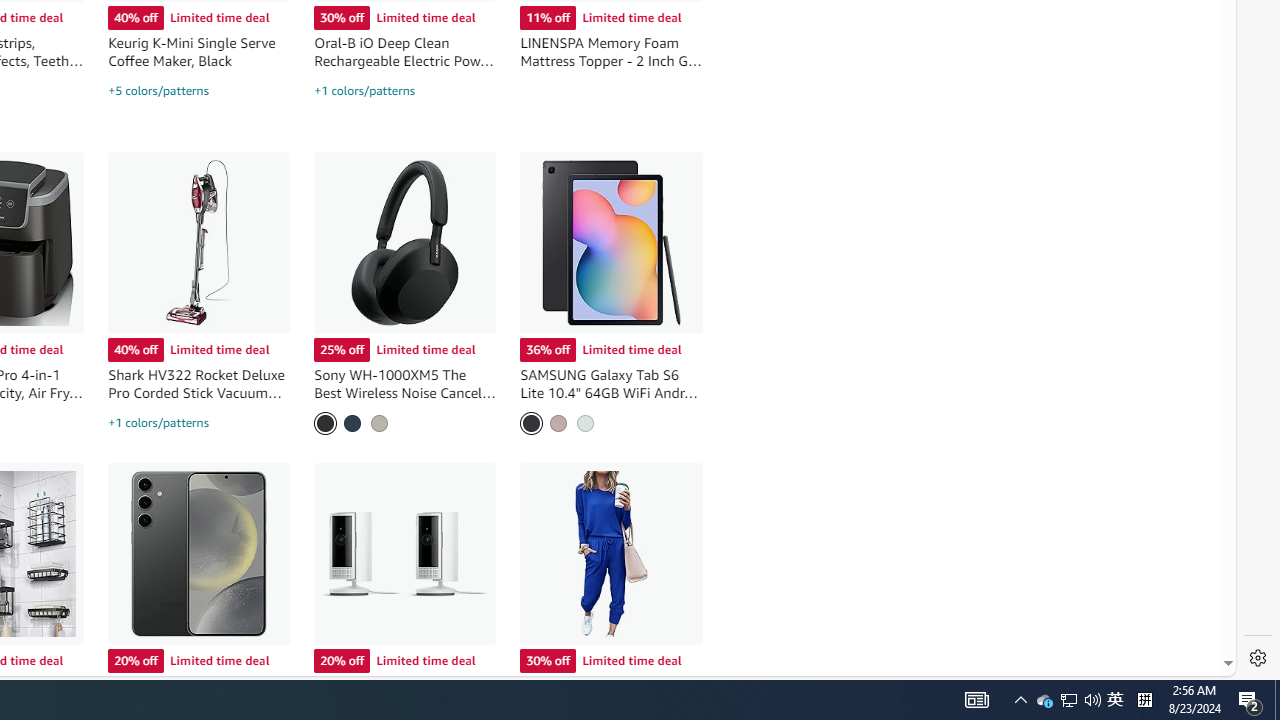  I want to click on 'Black', so click(325, 422).